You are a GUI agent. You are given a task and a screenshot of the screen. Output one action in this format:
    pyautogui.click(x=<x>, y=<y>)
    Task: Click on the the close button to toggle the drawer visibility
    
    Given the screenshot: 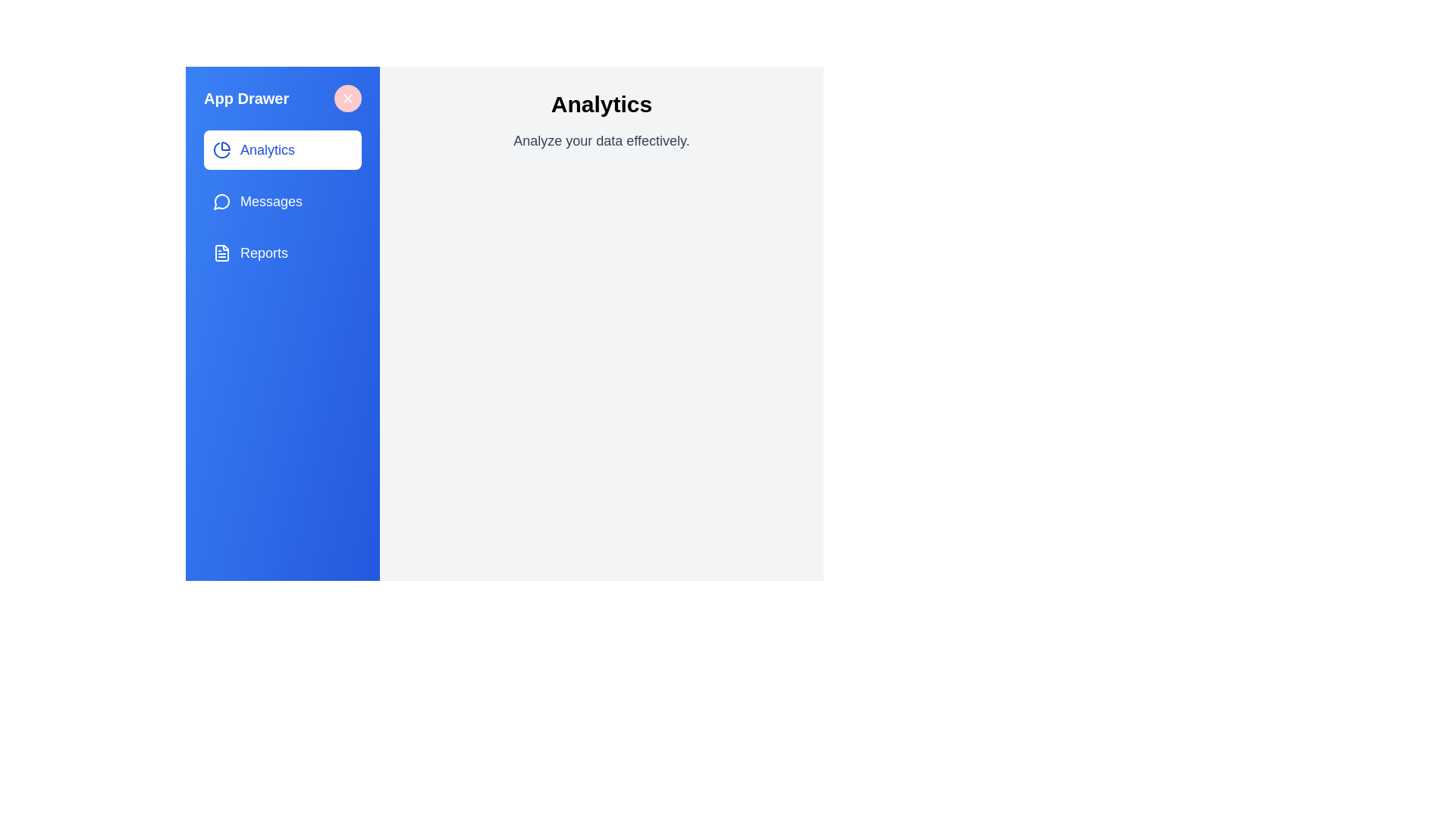 What is the action you would take?
    pyautogui.click(x=347, y=99)
    